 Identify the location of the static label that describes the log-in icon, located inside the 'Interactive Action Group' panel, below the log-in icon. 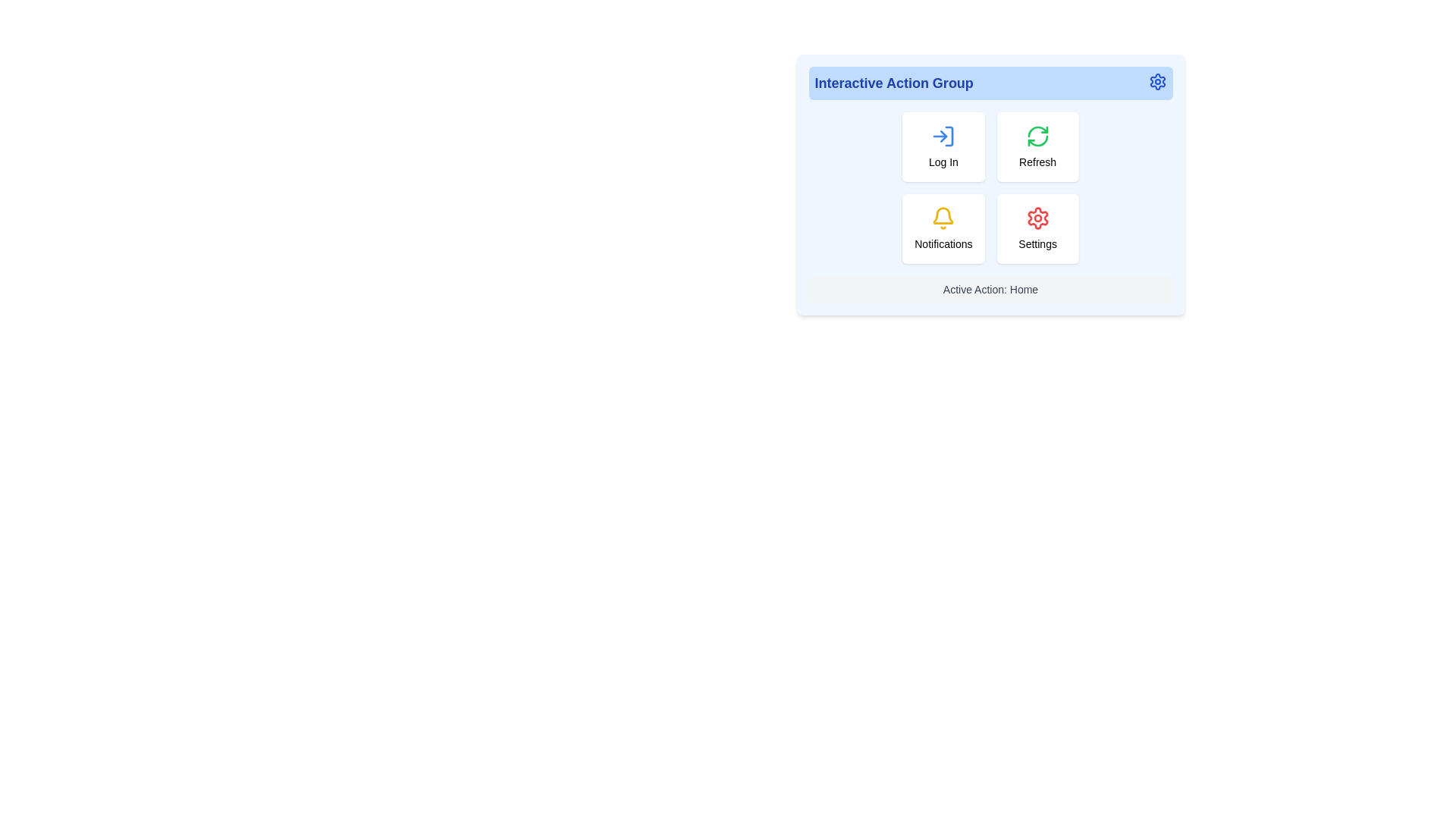
(943, 162).